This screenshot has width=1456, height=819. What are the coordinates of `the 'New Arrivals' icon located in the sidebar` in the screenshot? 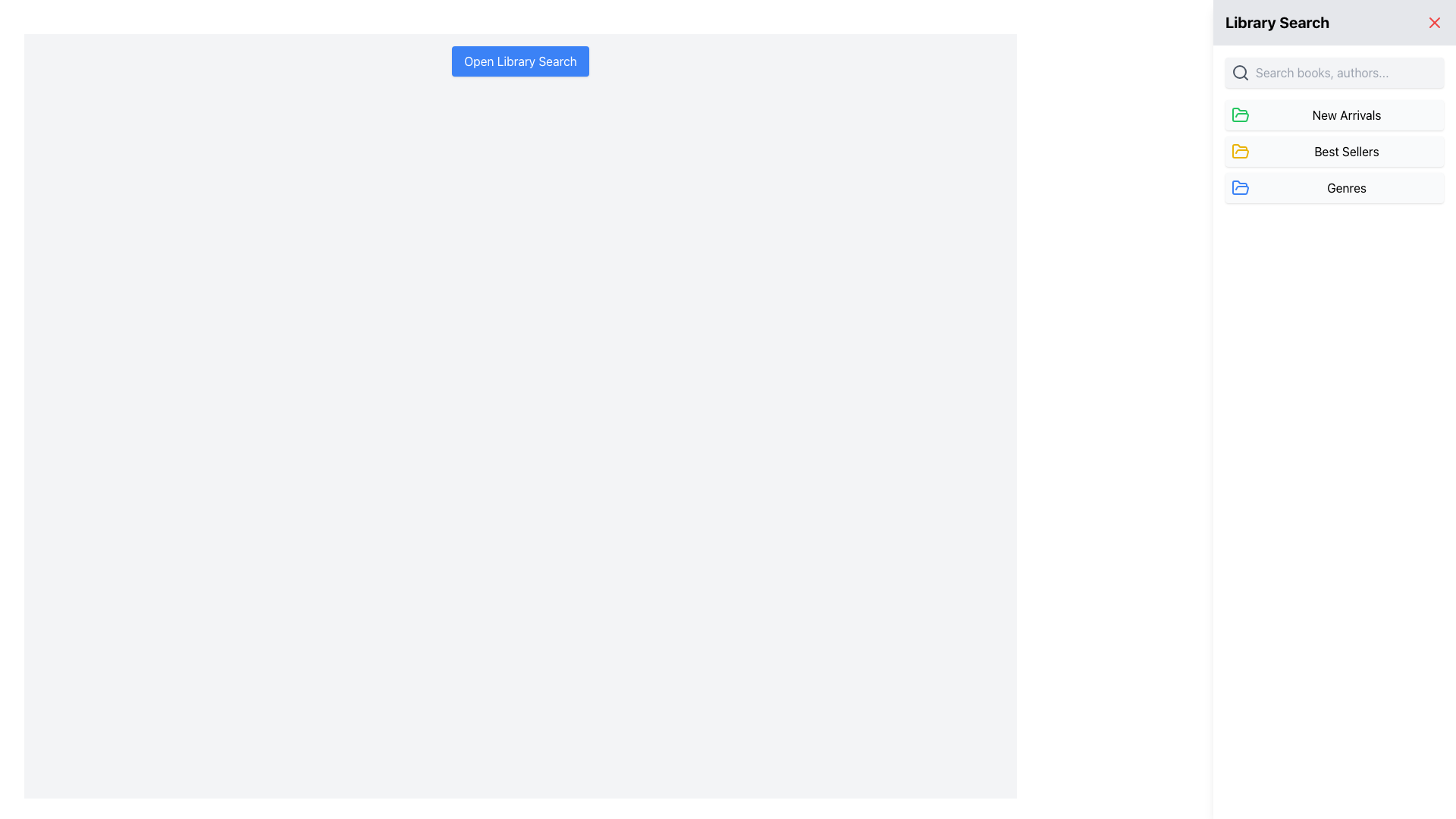 It's located at (1241, 114).